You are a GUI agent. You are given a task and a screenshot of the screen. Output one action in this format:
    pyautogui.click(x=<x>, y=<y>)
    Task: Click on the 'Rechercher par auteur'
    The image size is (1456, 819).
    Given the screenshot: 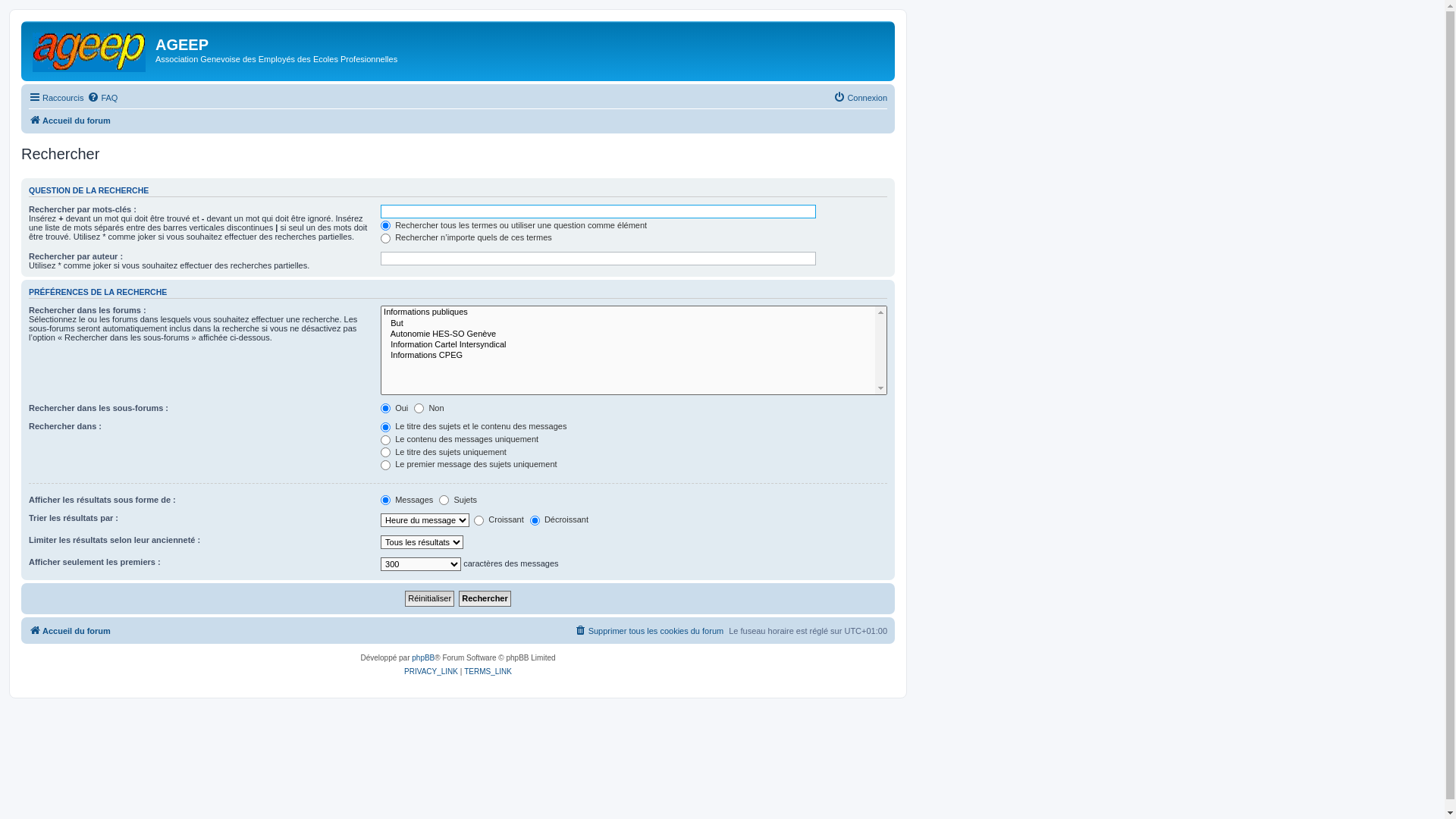 What is the action you would take?
    pyautogui.click(x=597, y=257)
    